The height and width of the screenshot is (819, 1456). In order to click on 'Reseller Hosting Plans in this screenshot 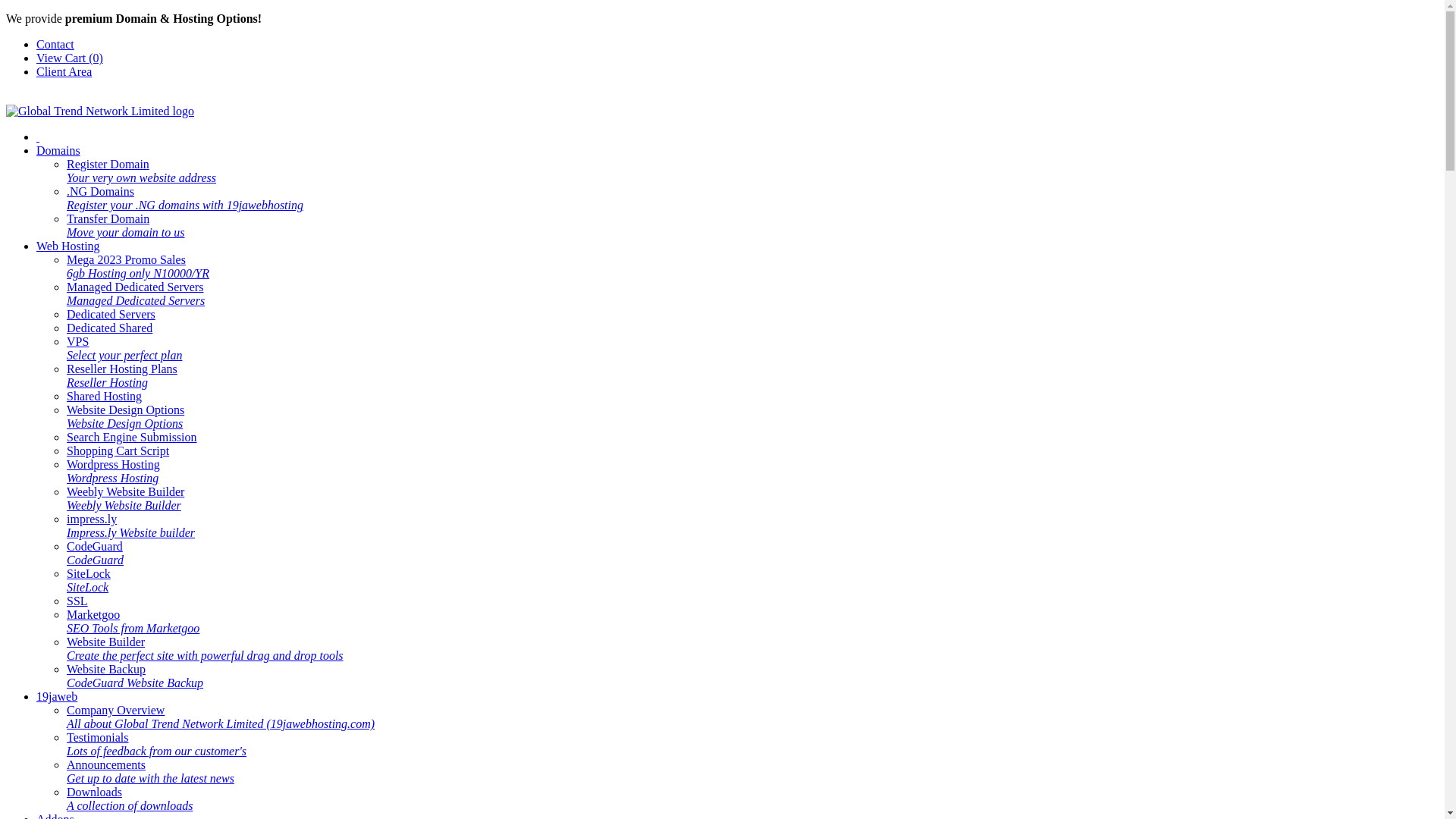, I will do `click(122, 375)`.